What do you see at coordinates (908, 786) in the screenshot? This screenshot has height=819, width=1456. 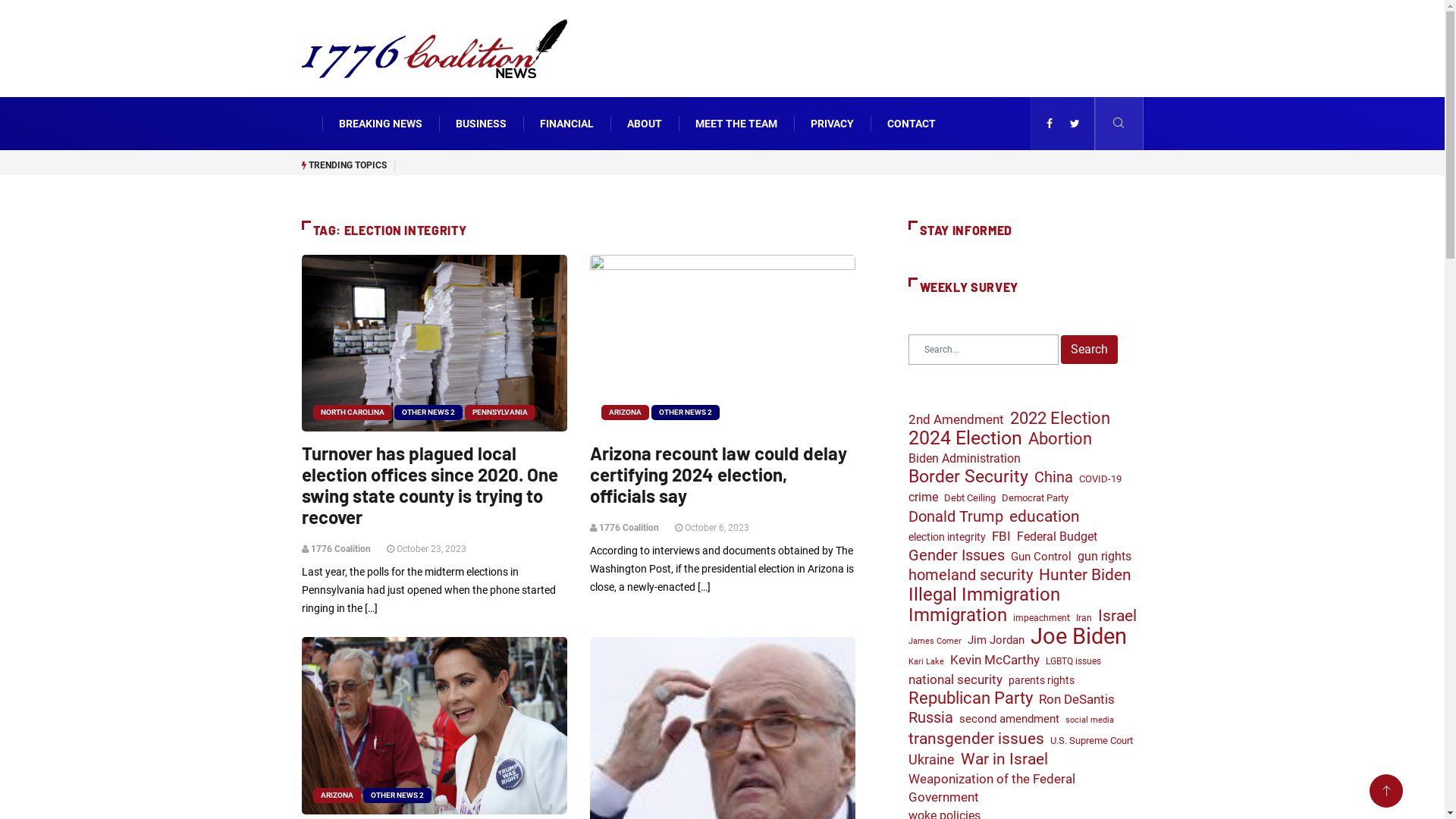 I see `'Weaponization of the Federal Government'` at bounding box center [908, 786].